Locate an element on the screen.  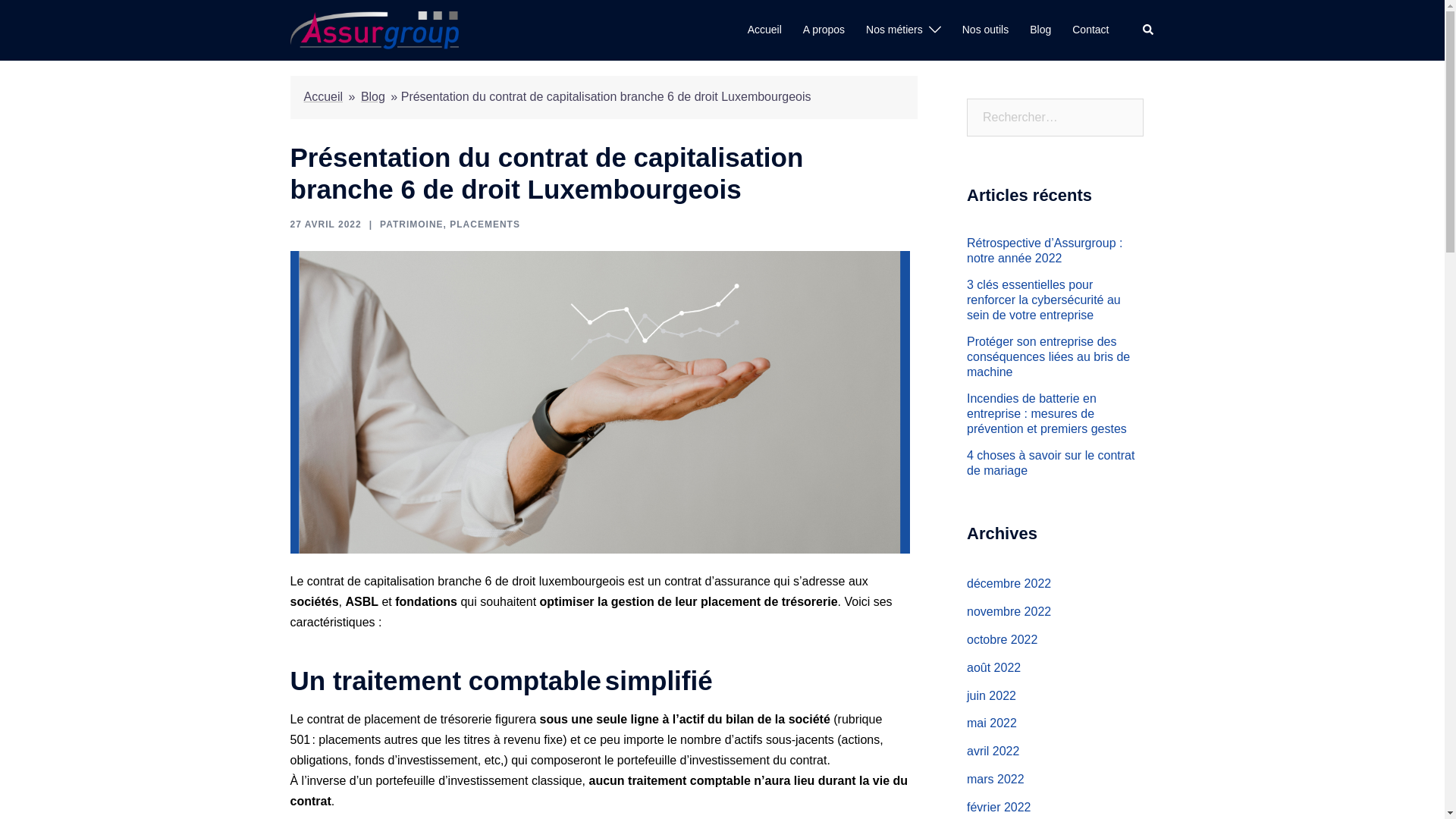
'Assurgroup' is located at coordinates (374, 29).